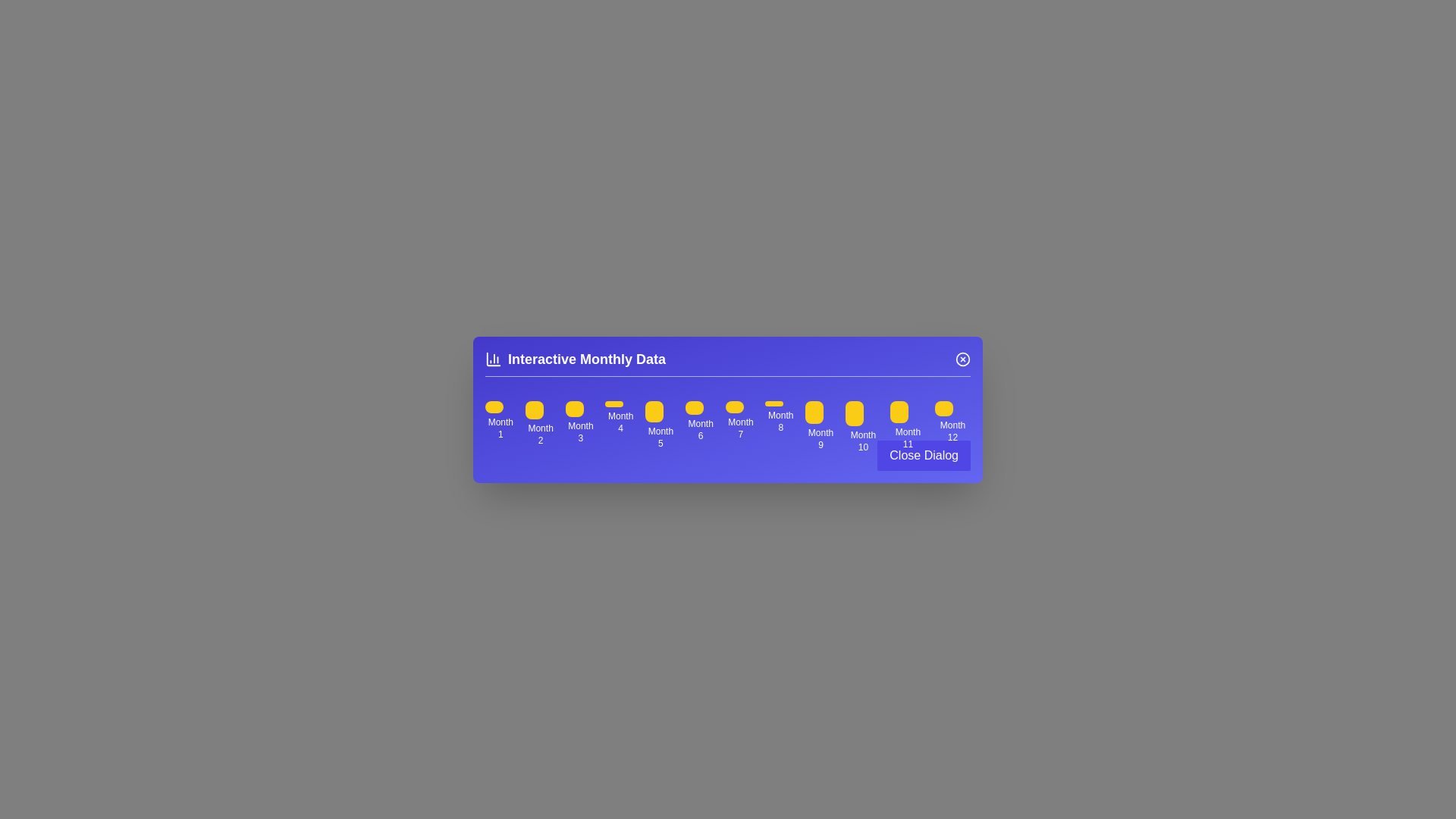 Image resolution: width=1456 pixels, height=819 pixels. What do you see at coordinates (923, 454) in the screenshot?
I see `the 'Close Dialog' button to dismiss the dialog` at bounding box center [923, 454].